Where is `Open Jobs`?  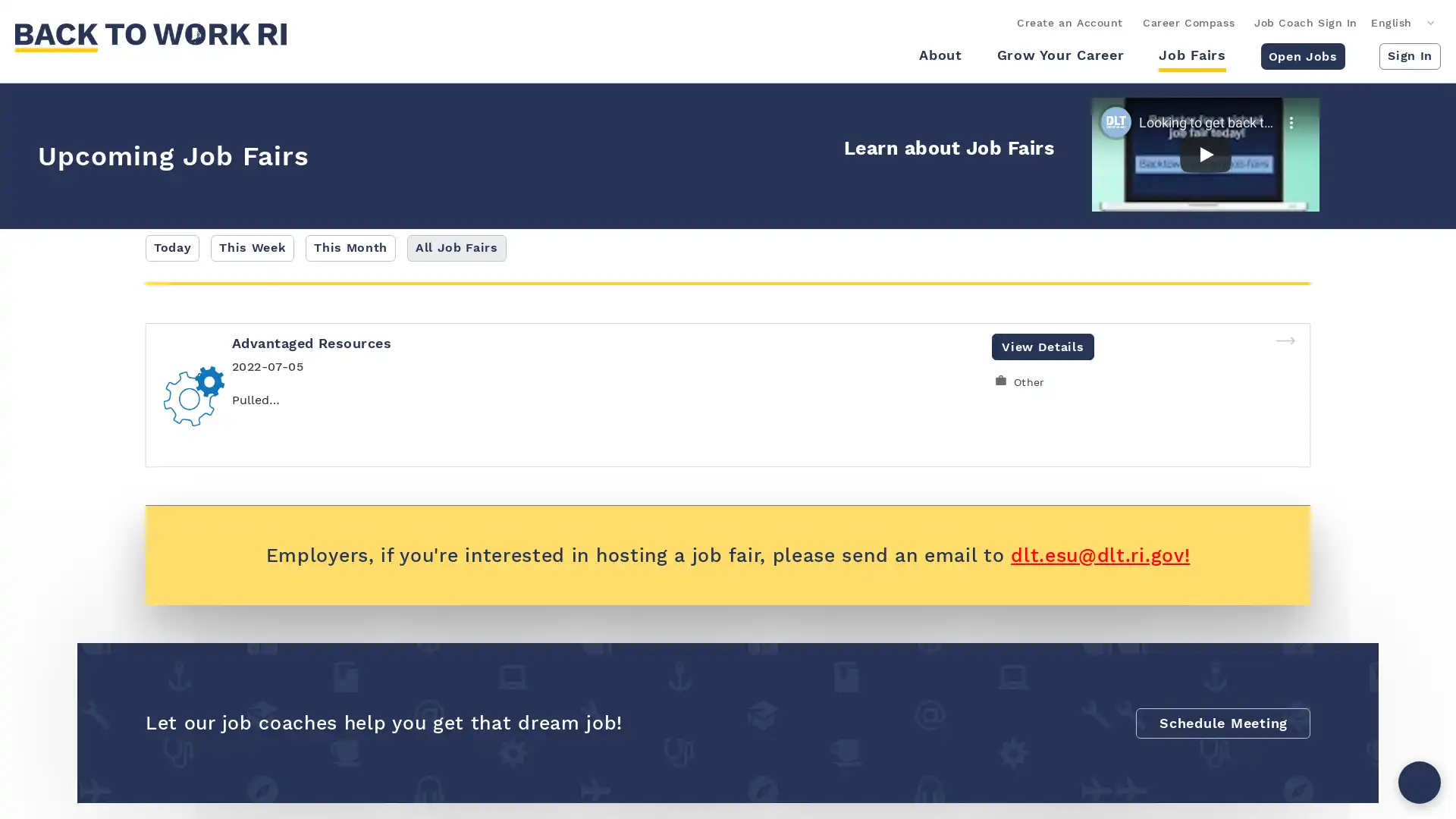 Open Jobs is located at coordinates (1301, 55).